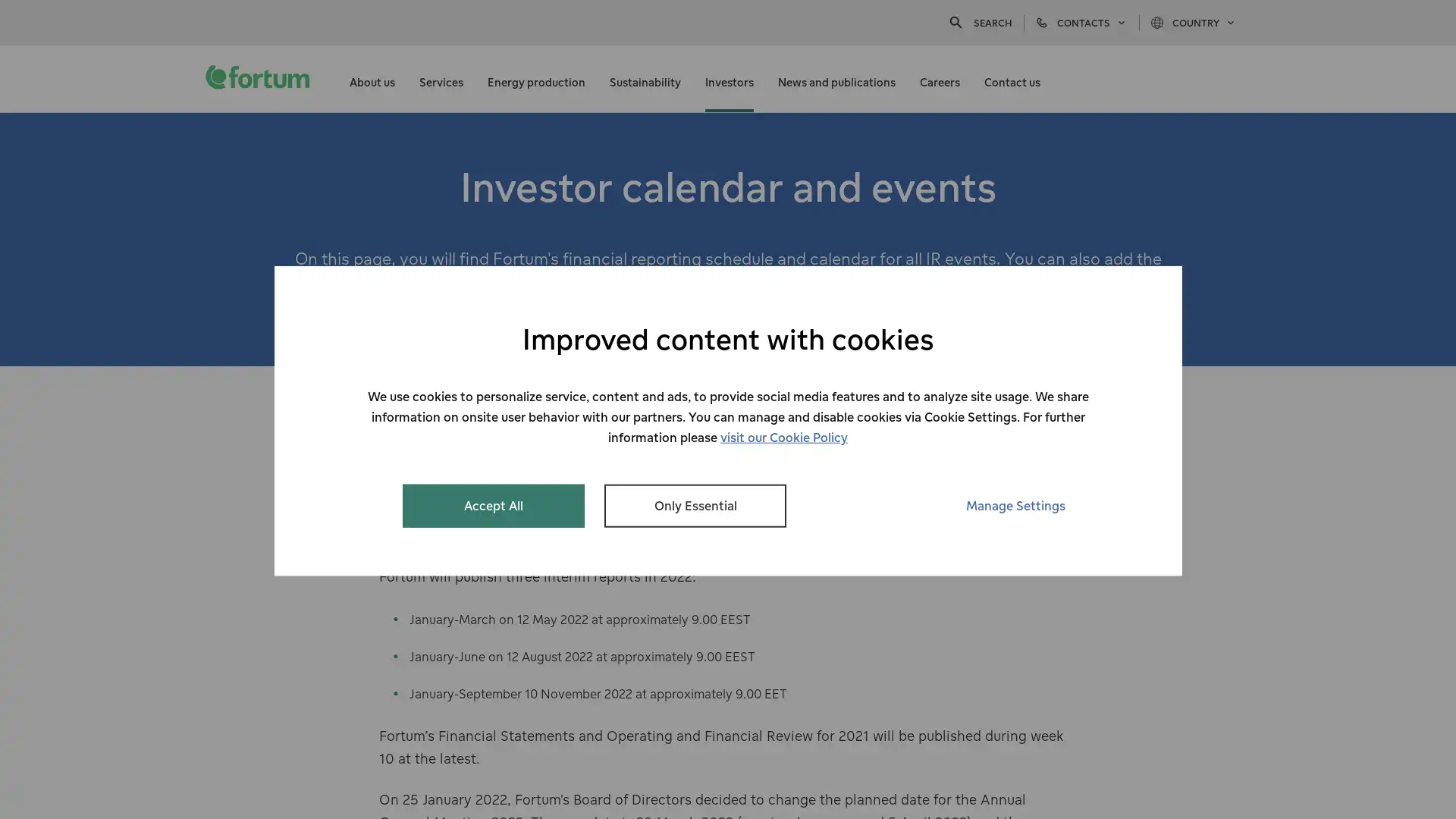 This screenshot has height=819, width=1456. What do you see at coordinates (440, 79) in the screenshot?
I see `Services` at bounding box center [440, 79].